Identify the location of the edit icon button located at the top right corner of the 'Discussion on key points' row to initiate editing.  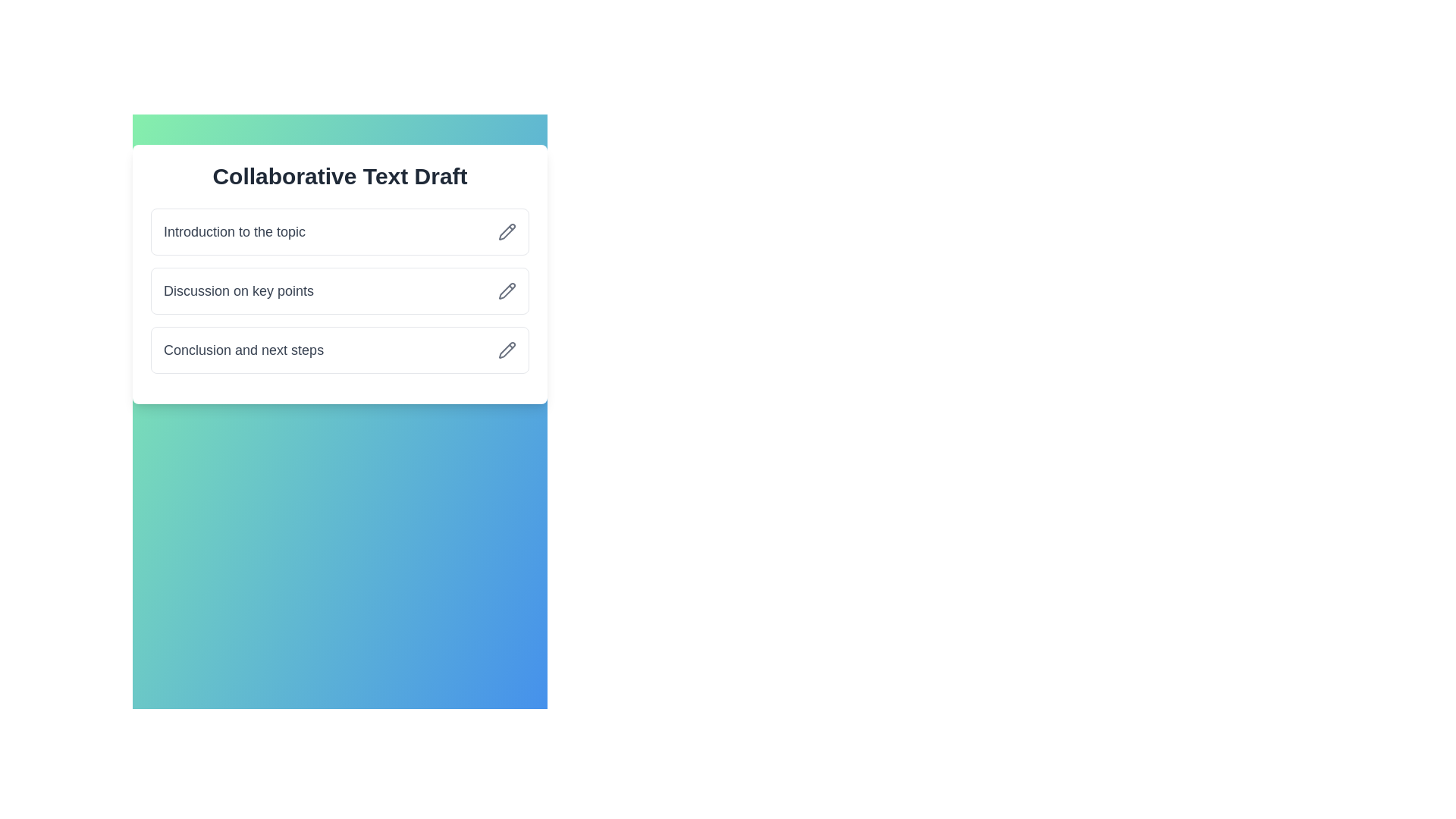
(507, 291).